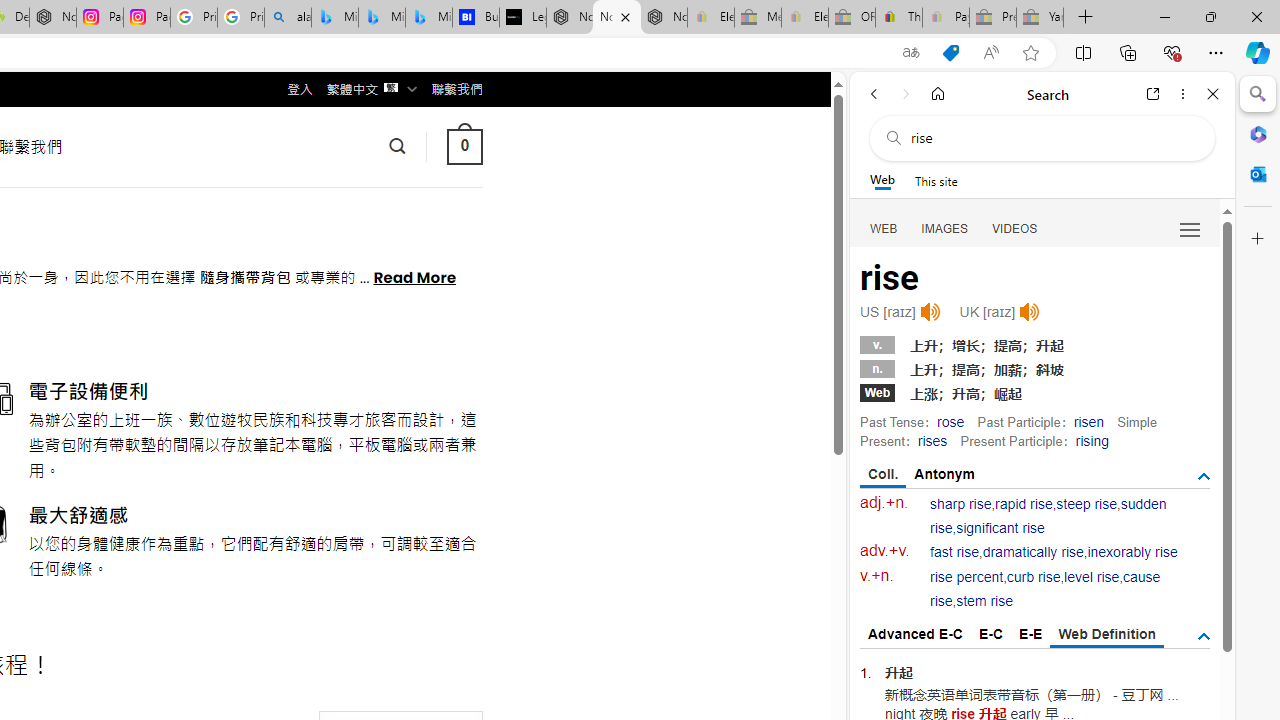 This screenshot has height=720, width=1280. Describe the element at coordinates (1202, 477) in the screenshot. I see `'AutomationID: tgsb'` at that location.